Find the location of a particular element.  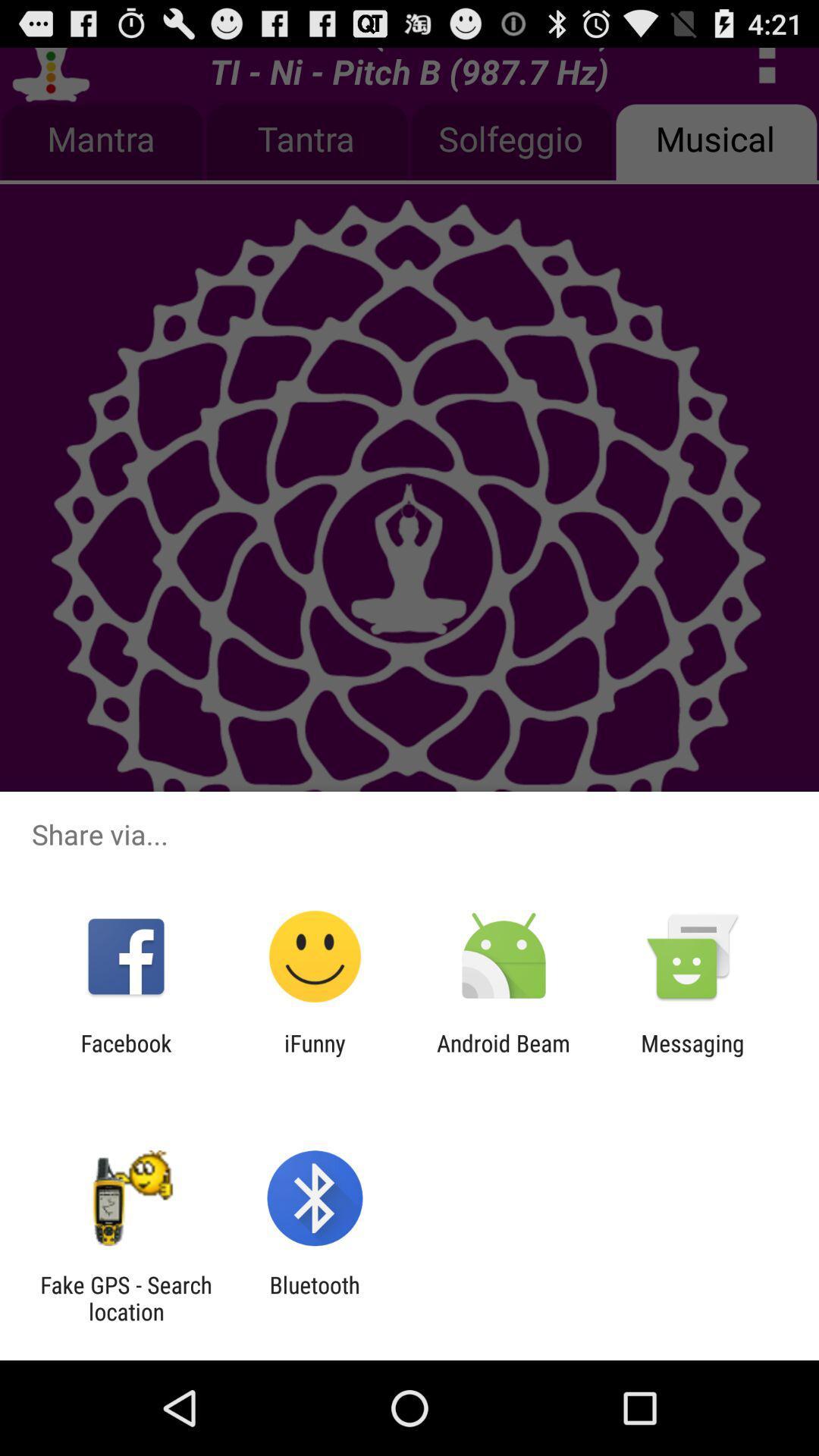

the messaging at the bottom right corner is located at coordinates (692, 1056).